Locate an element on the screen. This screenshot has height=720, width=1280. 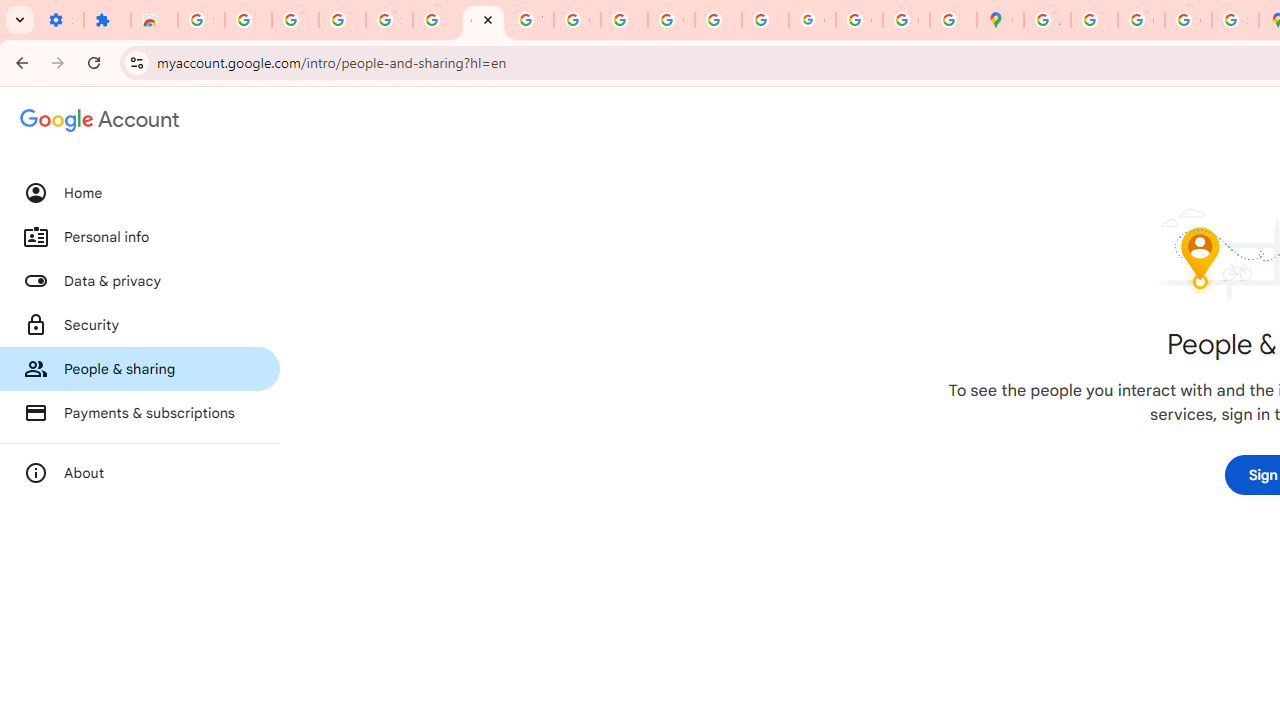
'Security' is located at coordinates (139, 324).